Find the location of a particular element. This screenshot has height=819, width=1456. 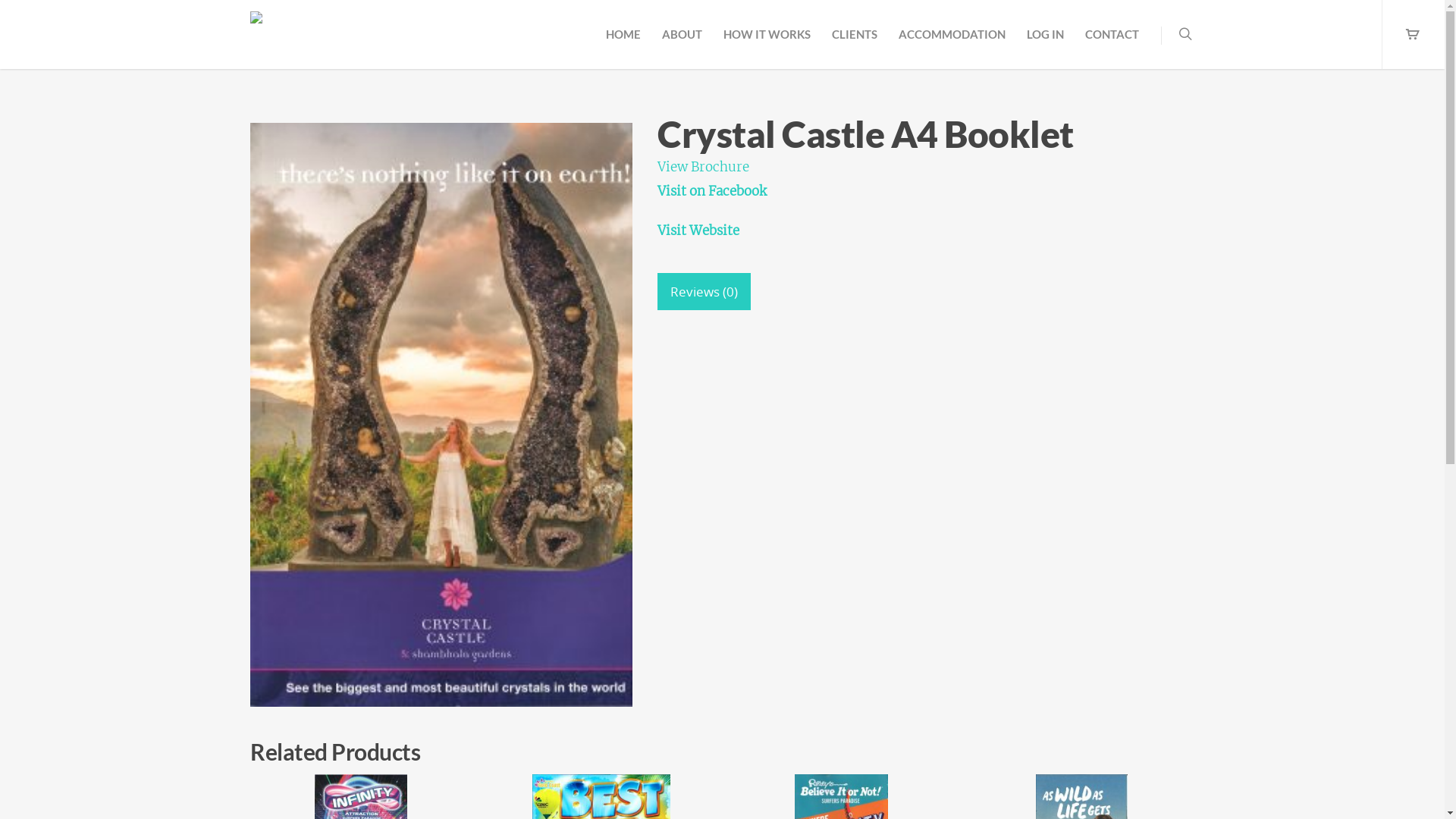

'HOW IT WORKS' is located at coordinates (712, 39).